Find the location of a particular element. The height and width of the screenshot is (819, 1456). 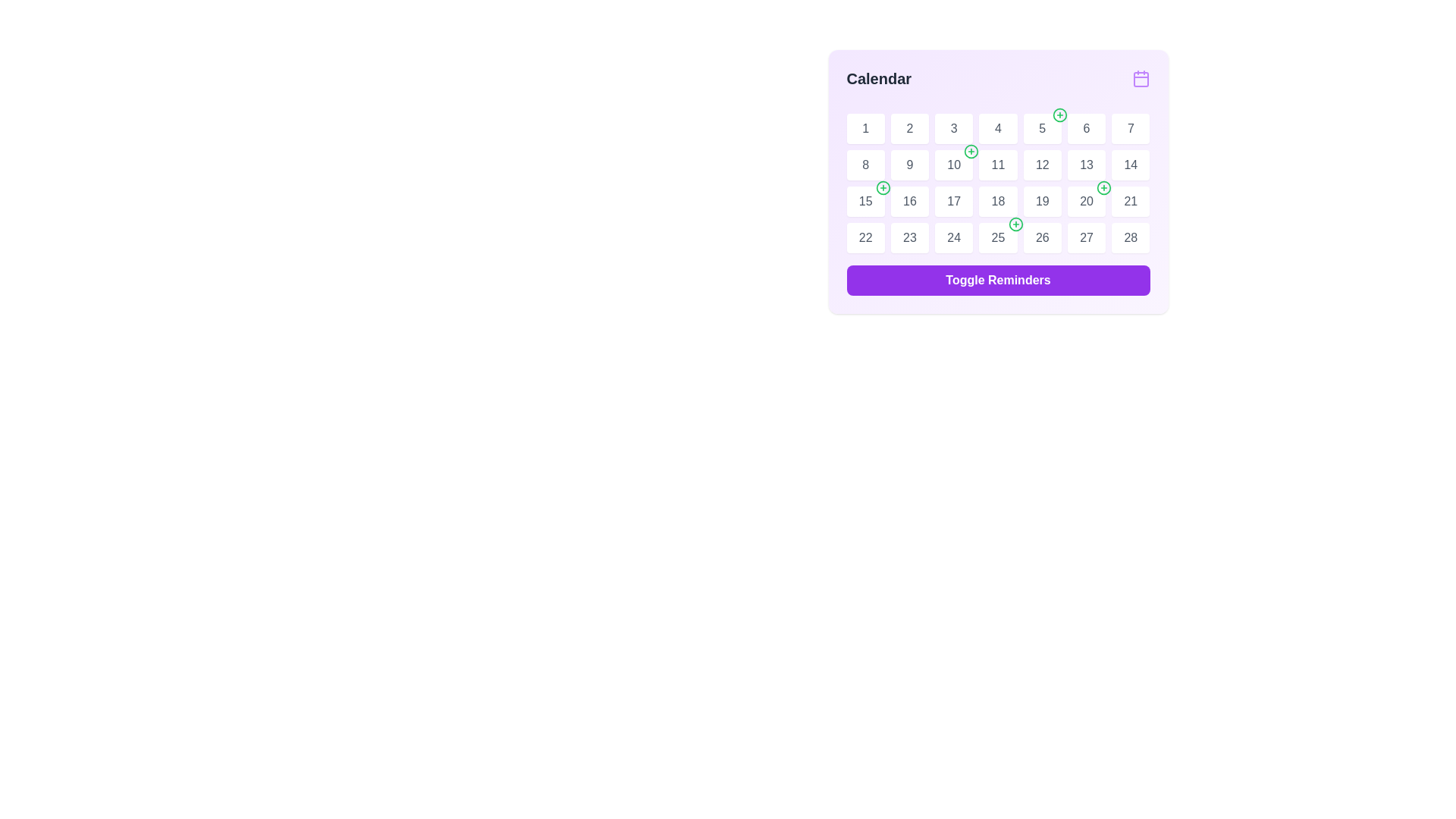

the button displaying '18' in the calendar interface, located in the third row and fourth column is located at coordinates (998, 201).